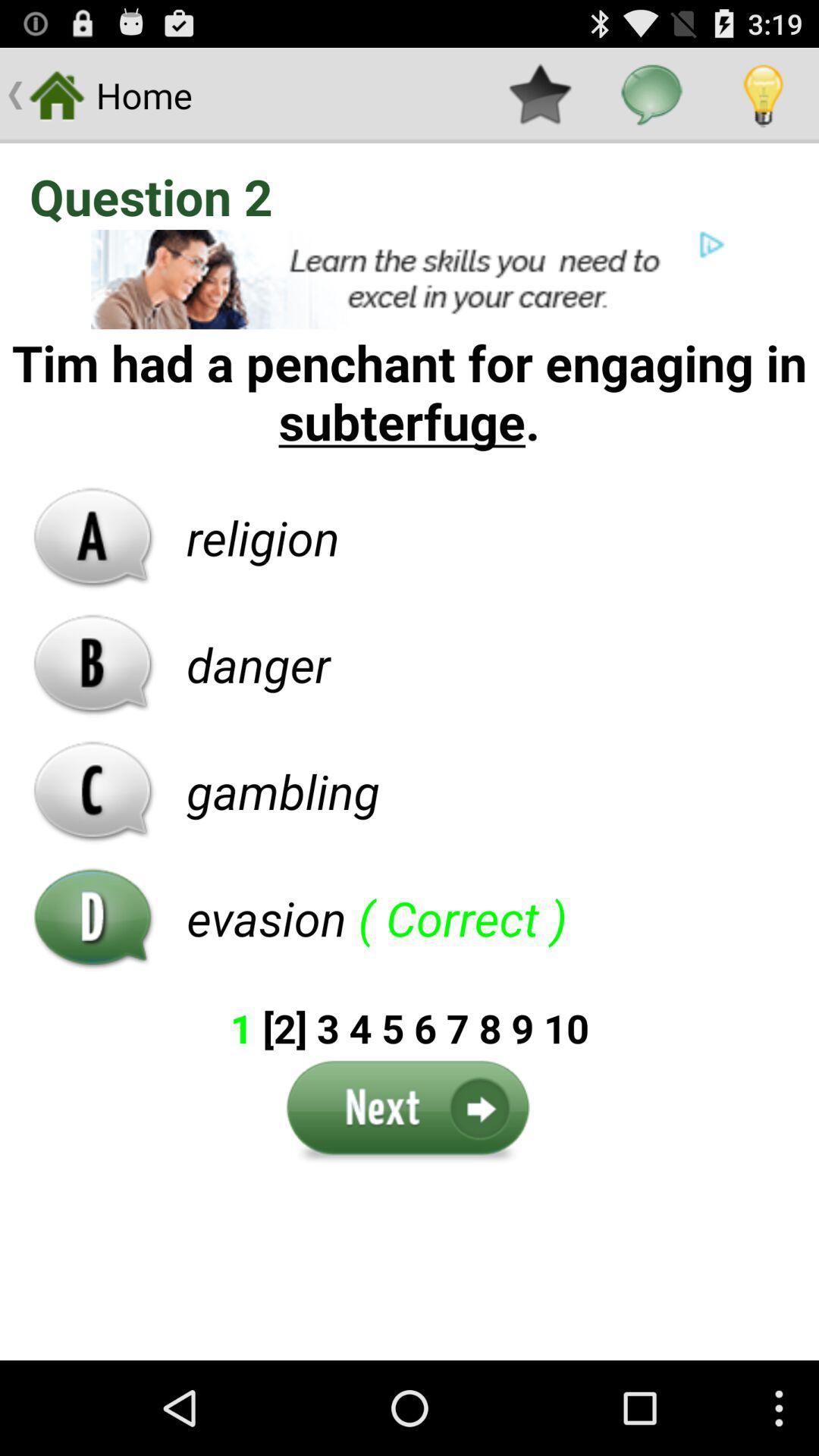 Image resolution: width=819 pixels, height=1456 pixels. I want to click on advertisement link, so click(409, 279).